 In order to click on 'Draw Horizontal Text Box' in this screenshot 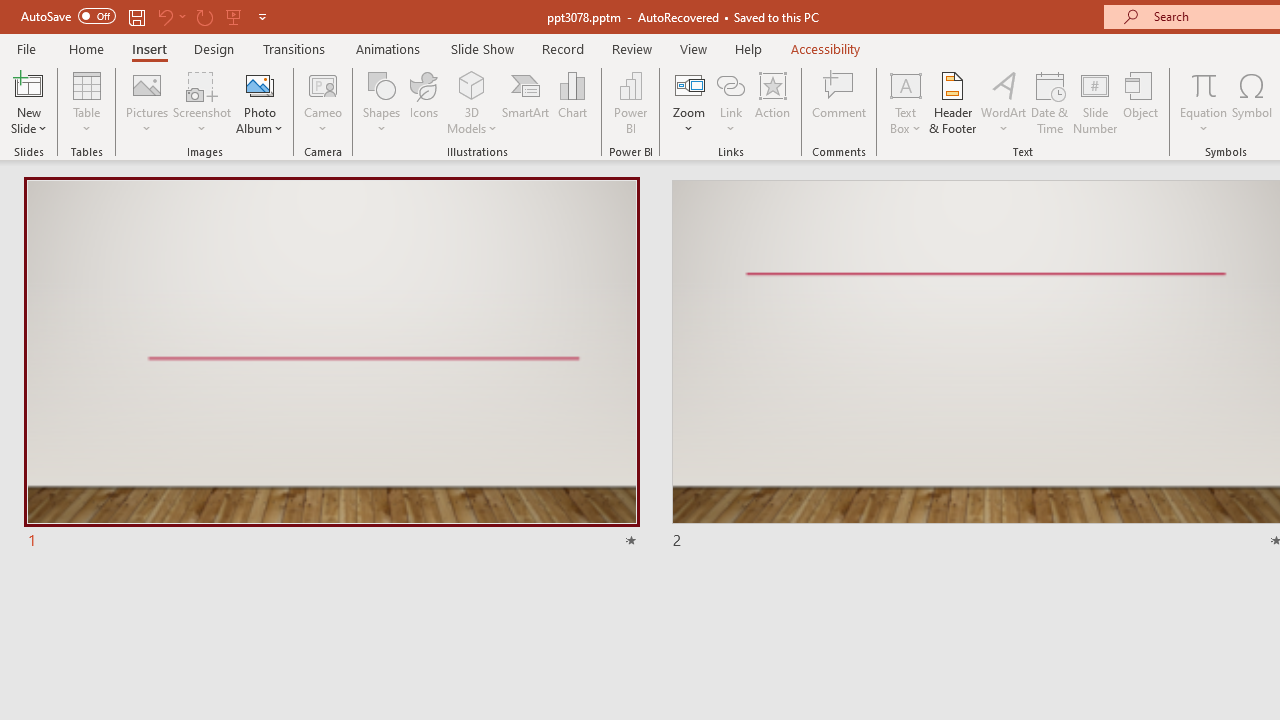, I will do `click(904, 84)`.